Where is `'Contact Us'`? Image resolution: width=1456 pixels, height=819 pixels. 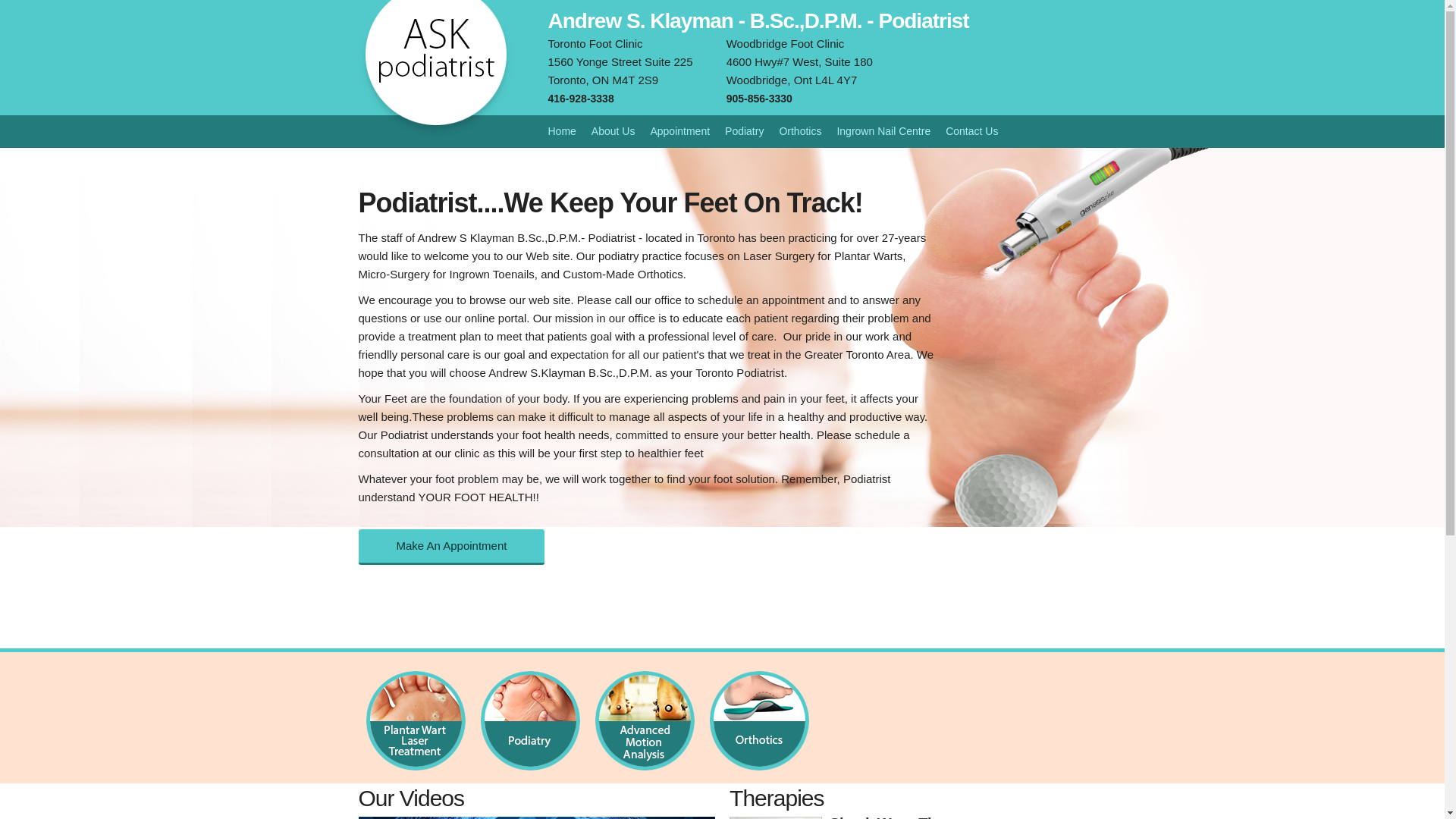
'Contact Us' is located at coordinates (971, 130).